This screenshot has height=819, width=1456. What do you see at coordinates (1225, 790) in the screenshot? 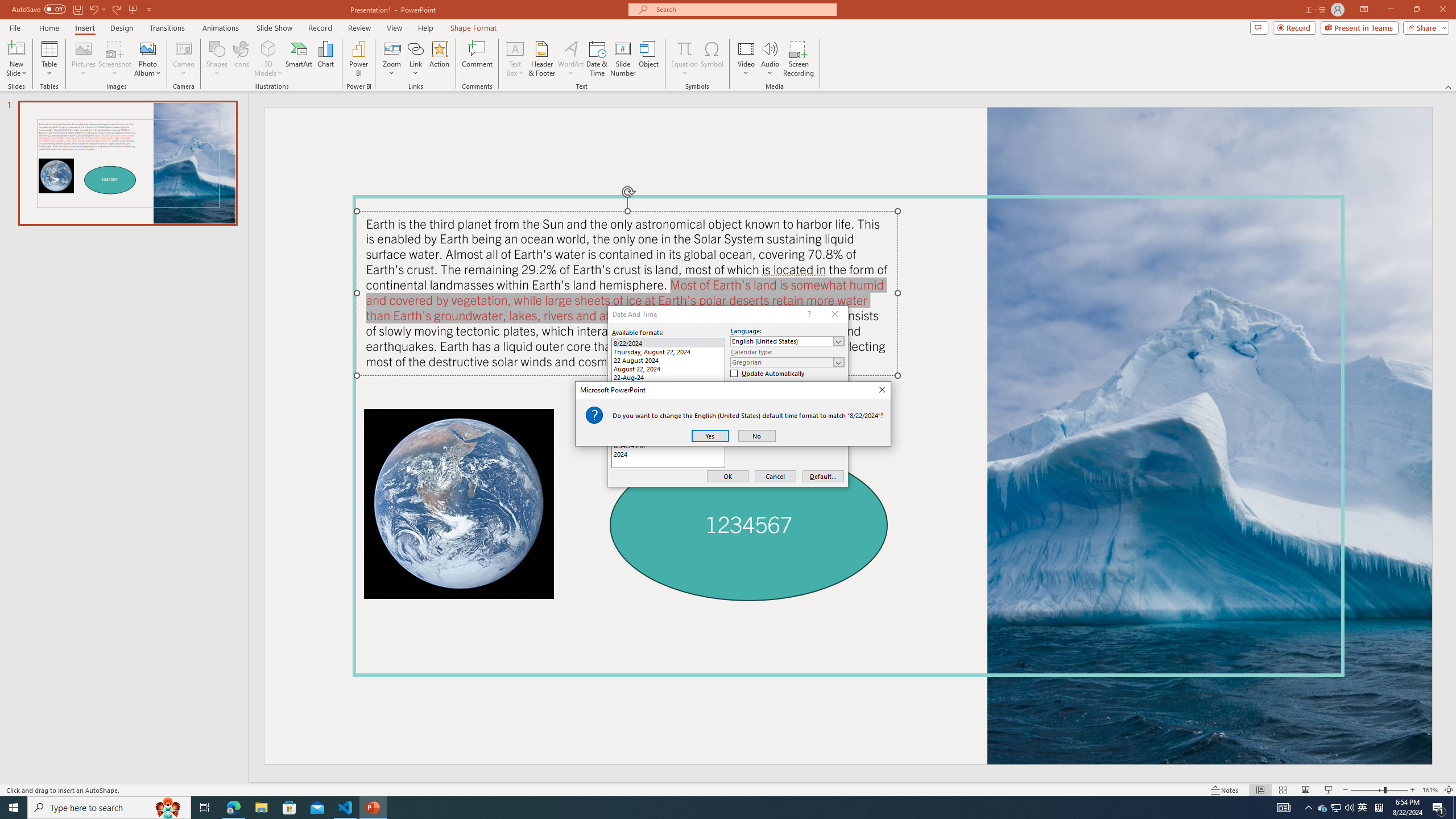
I see `'Notes '` at bounding box center [1225, 790].